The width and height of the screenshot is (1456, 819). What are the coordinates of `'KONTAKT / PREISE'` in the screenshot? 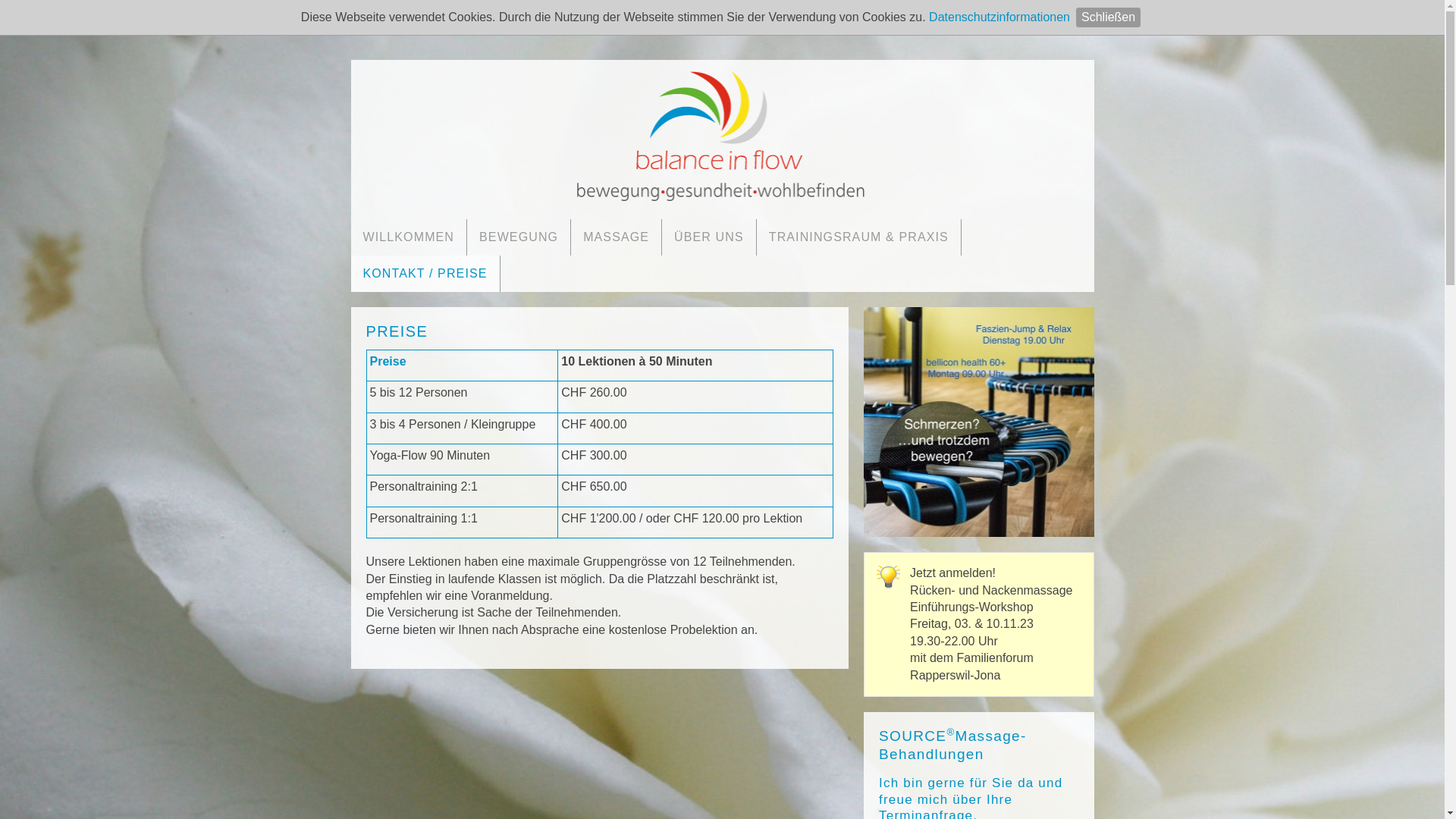 It's located at (349, 274).